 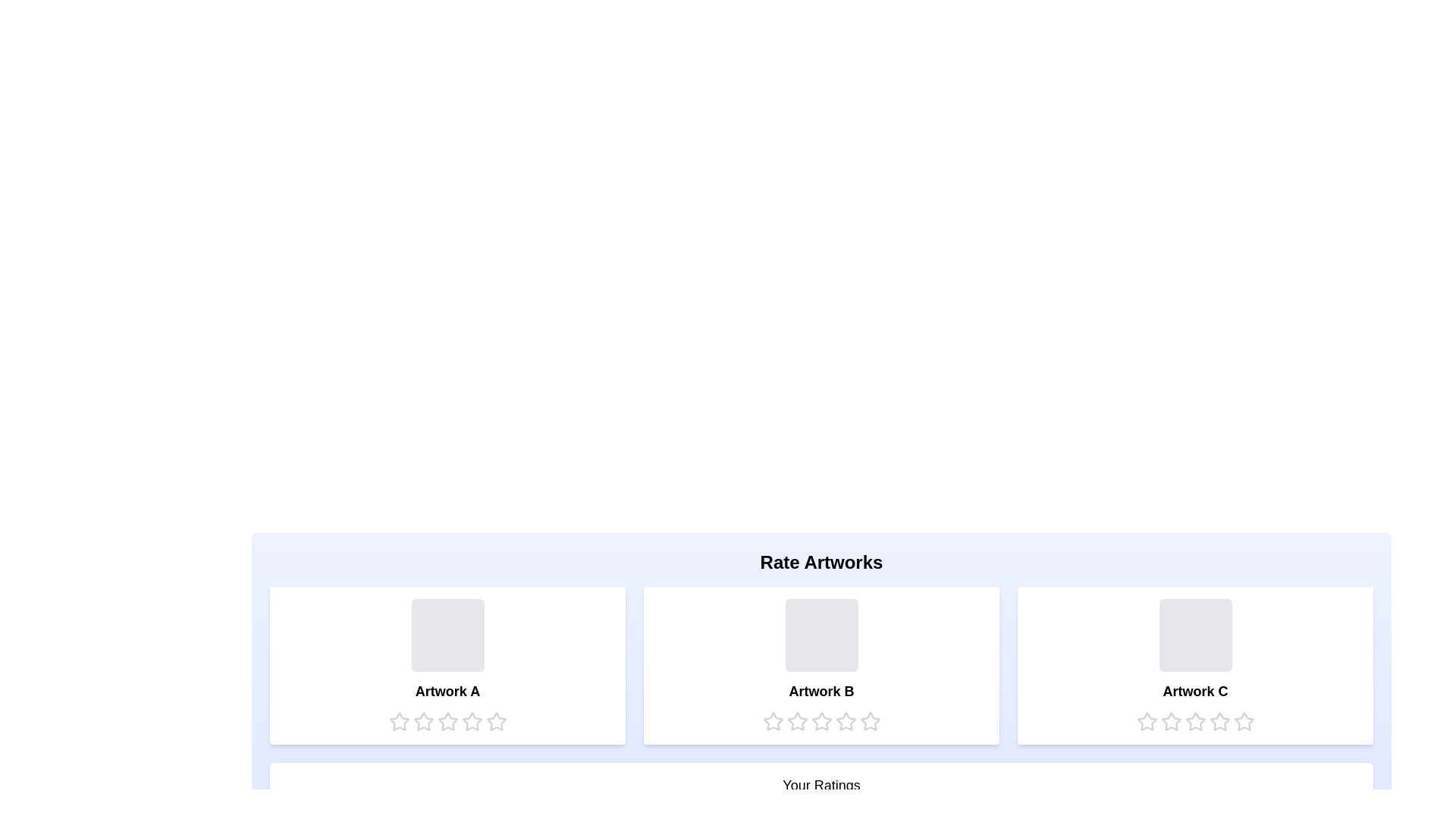 What do you see at coordinates (423, 721) in the screenshot?
I see `the star corresponding to the rating 2 for the artwork Artwork A` at bounding box center [423, 721].